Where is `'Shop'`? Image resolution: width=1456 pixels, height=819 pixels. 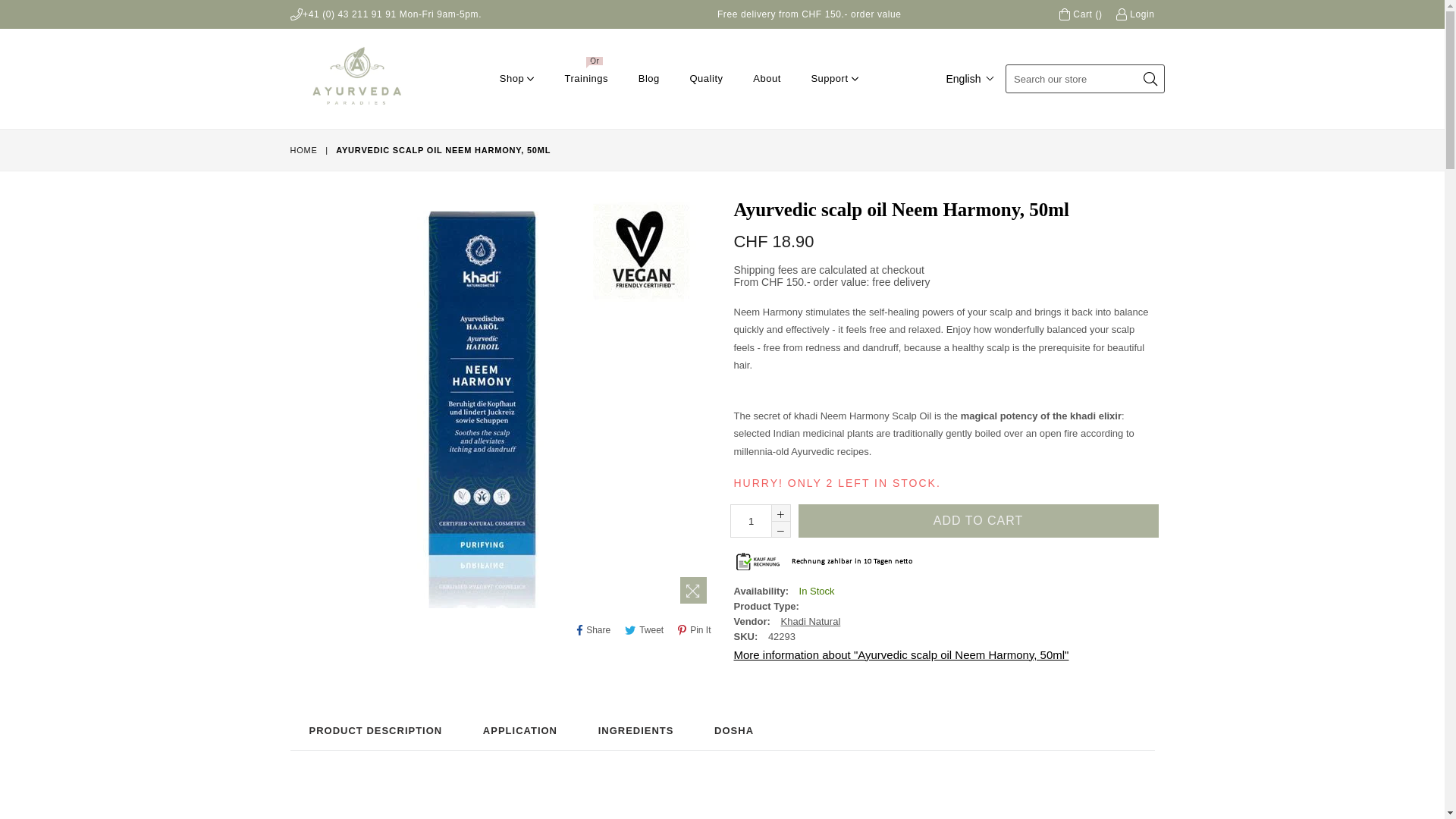 'Shop' is located at coordinates (516, 79).